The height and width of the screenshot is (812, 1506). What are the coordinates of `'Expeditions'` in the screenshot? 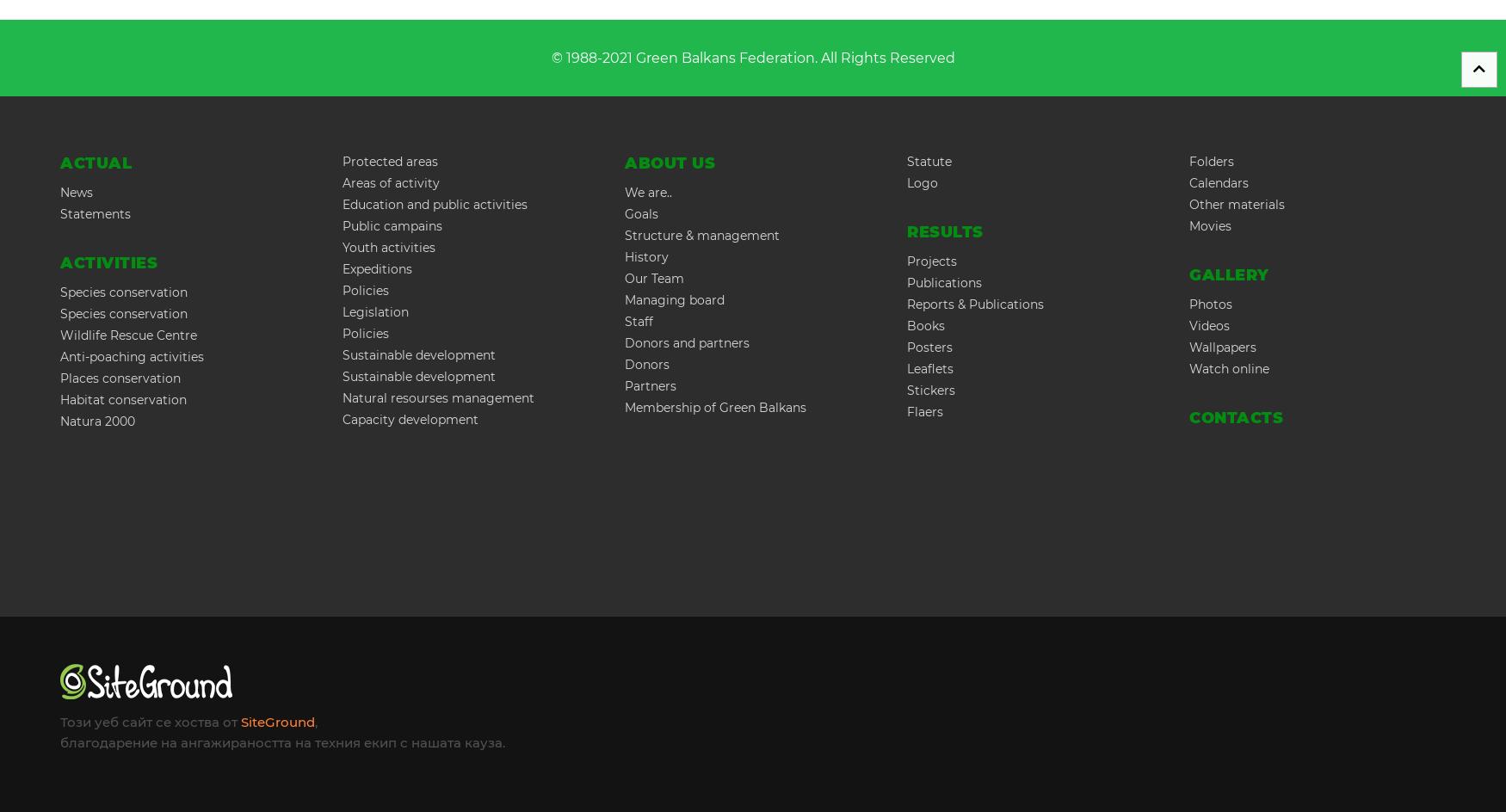 It's located at (341, 268).